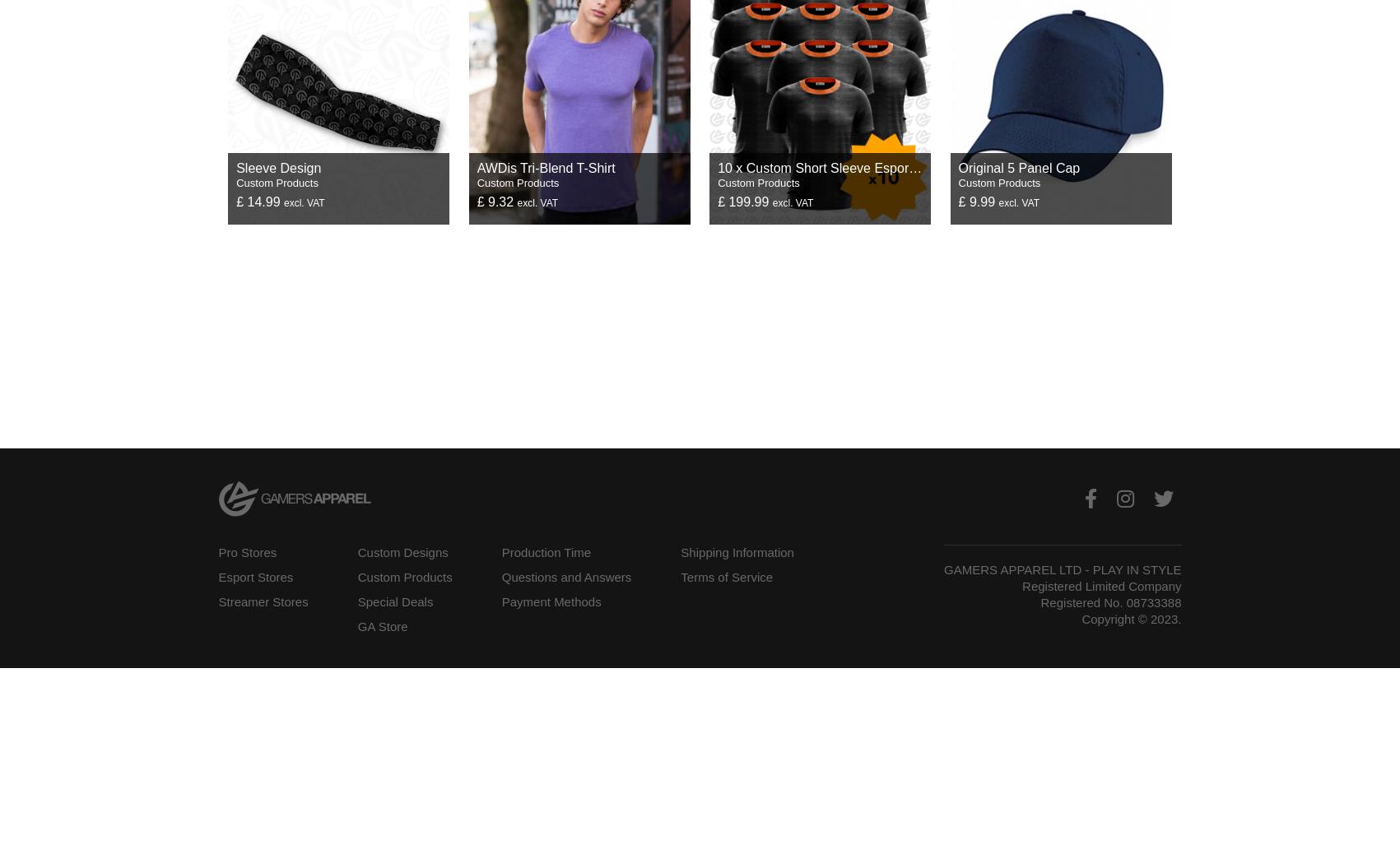 This screenshot has width=1400, height=868. Describe the element at coordinates (260, 201) in the screenshot. I see `'£ 14.99'` at that location.